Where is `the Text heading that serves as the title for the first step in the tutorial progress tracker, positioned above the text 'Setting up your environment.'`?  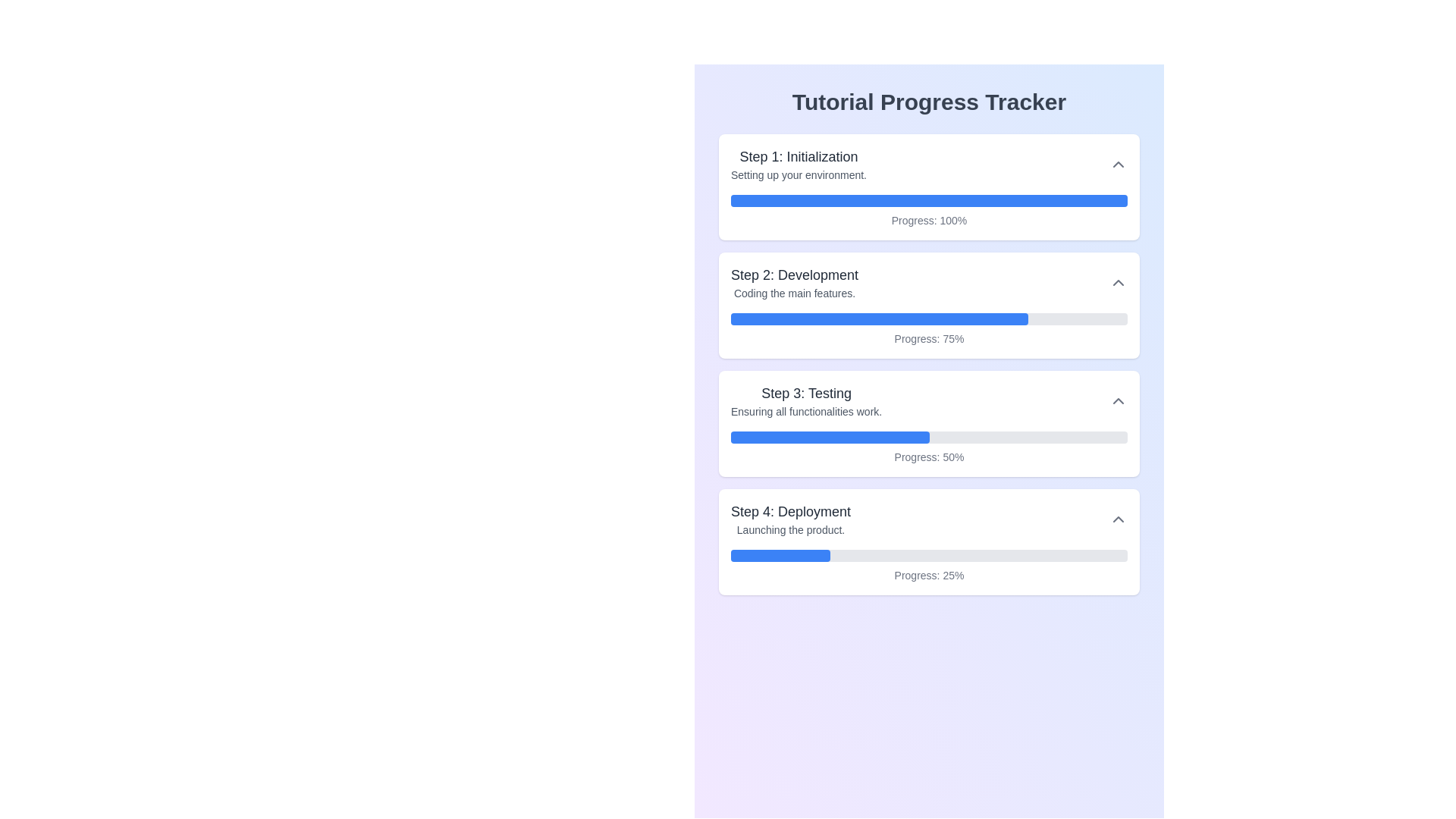
the Text heading that serves as the title for the first step in the tutorial progress tracker, positioned above the text 'Setting up your environment.' is located at coordinates (798, 157).